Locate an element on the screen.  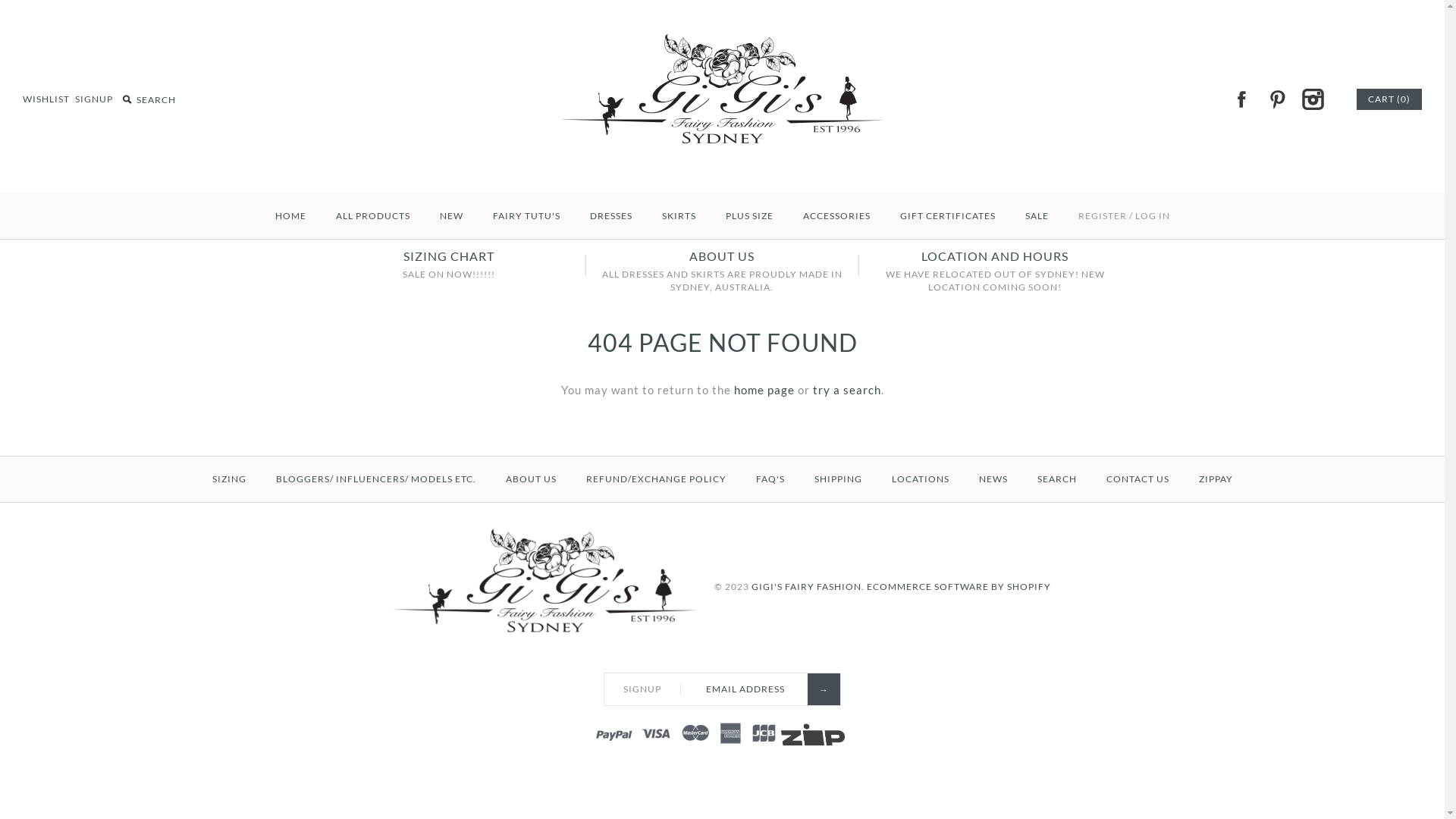
'SALE' is located at coordinates (1036, 216).